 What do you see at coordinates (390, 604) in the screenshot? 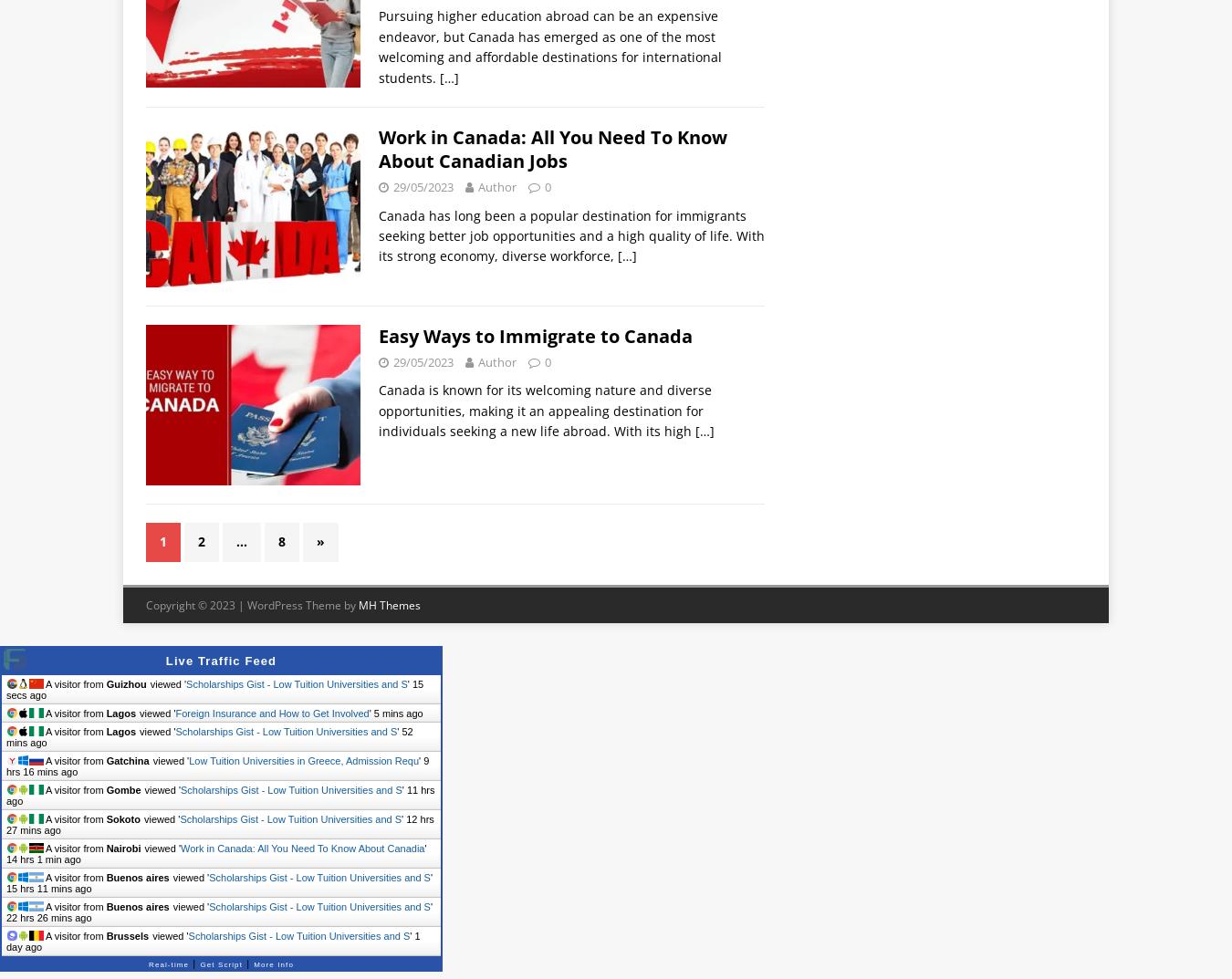
I see `'MH Themes'` at bounding box center [390, 604].